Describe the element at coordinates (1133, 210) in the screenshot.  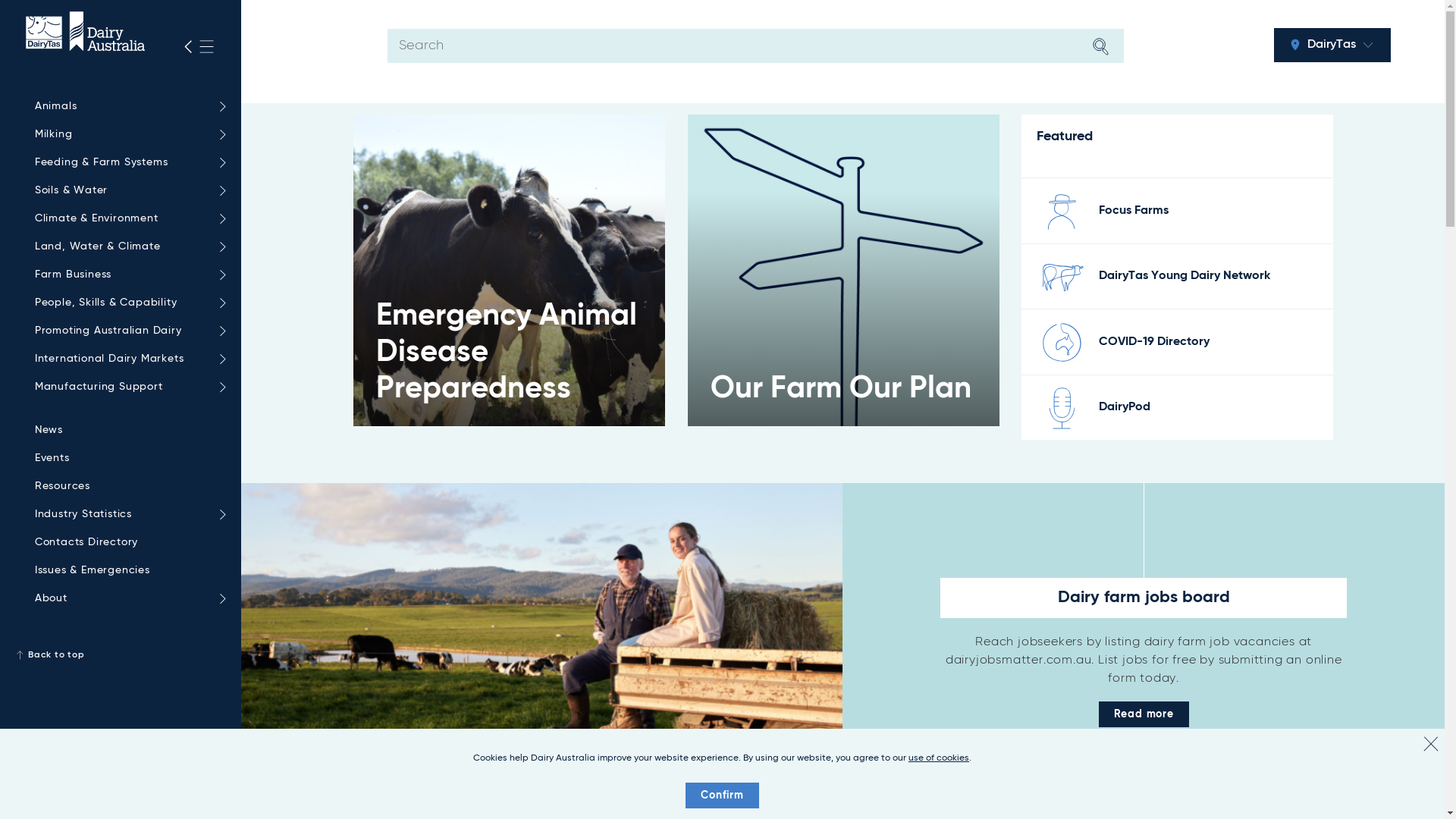
I see `'Focus Farms'` at that location.